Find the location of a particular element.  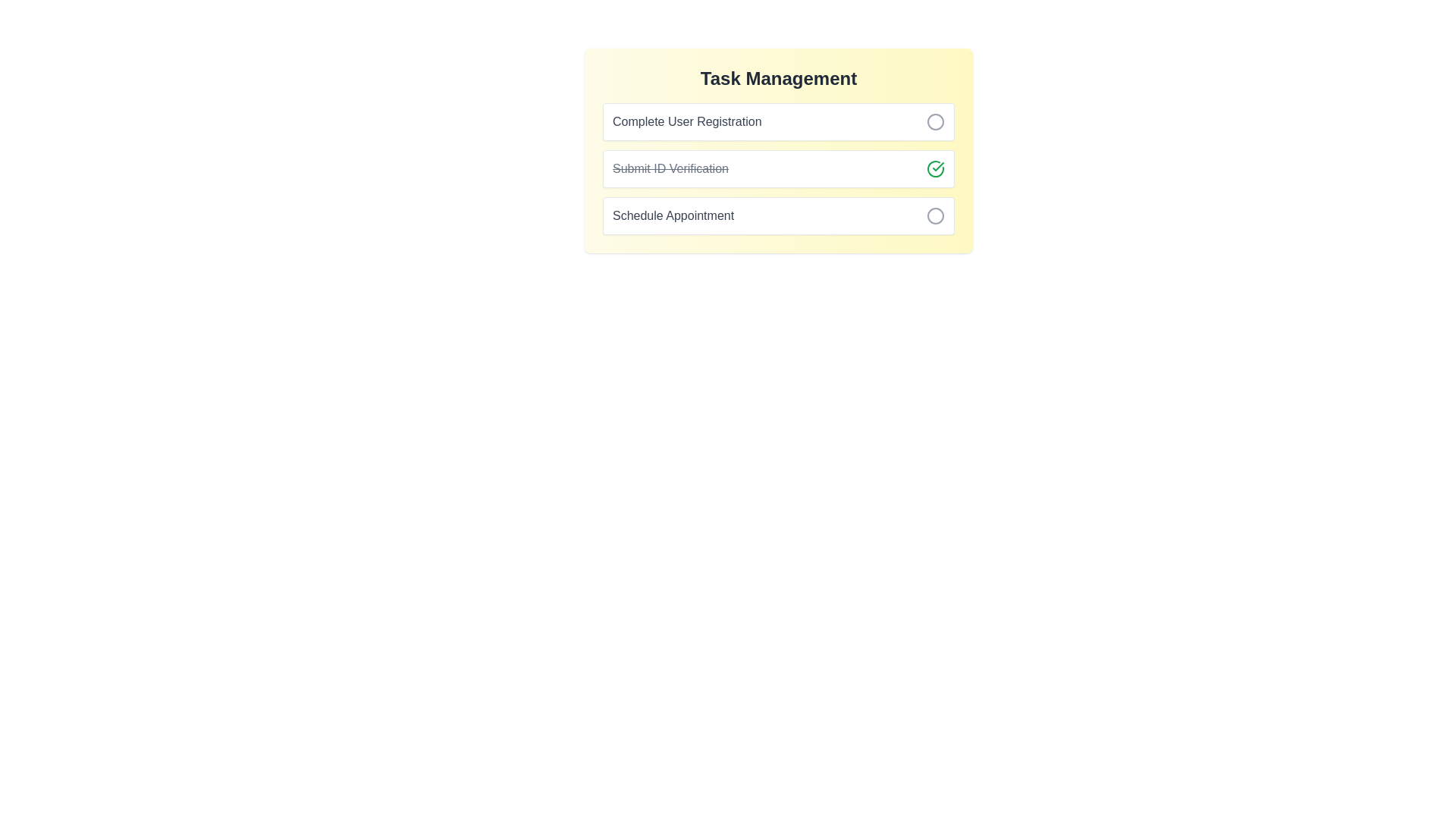

the circular icon outline with a dot in its center, located to the right side of the 'Schedule Appointment' text is located at coordinates (934, 216).